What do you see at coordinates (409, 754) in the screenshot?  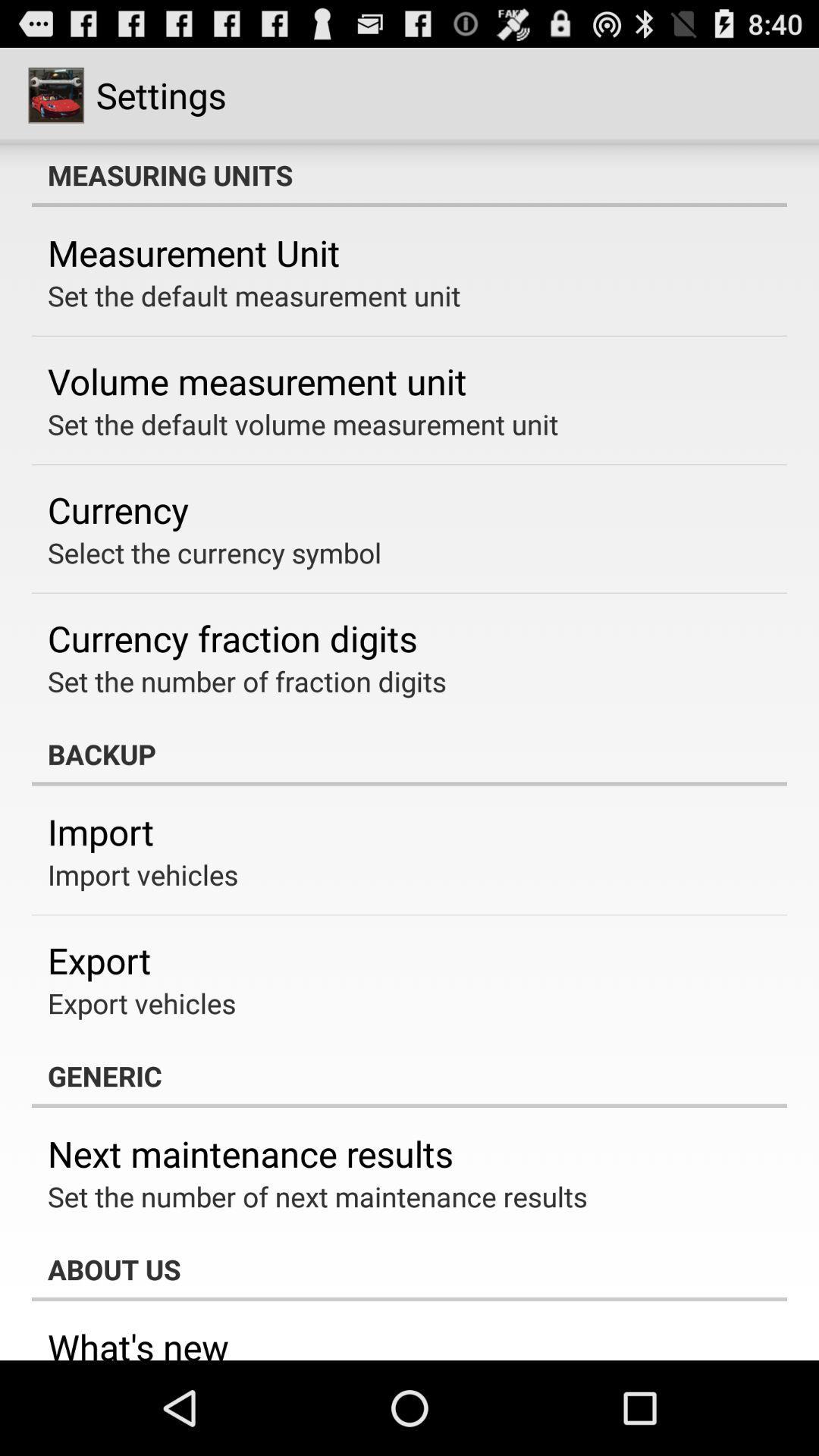 I see `item below the set the number` at bounding box center [409, 754].